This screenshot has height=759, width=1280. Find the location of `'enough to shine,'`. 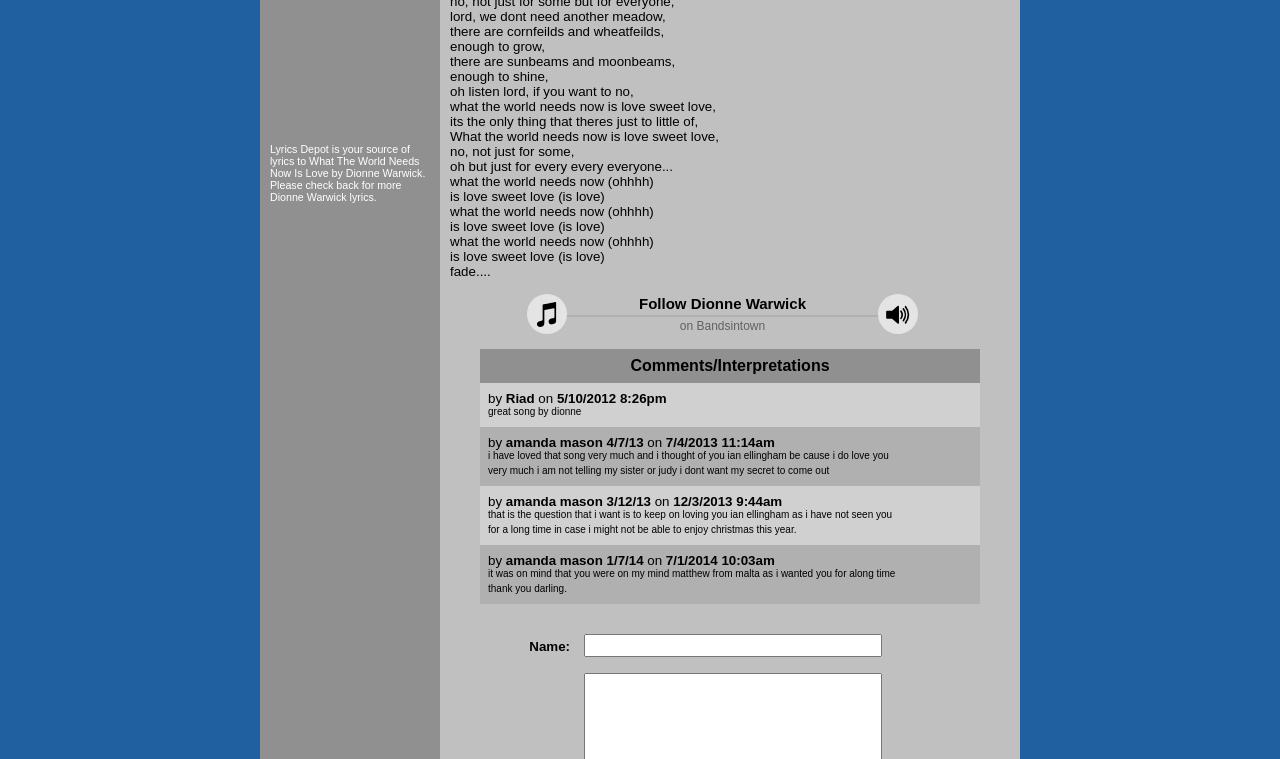

'enough to shine,' is located at coordinates (498, 75).